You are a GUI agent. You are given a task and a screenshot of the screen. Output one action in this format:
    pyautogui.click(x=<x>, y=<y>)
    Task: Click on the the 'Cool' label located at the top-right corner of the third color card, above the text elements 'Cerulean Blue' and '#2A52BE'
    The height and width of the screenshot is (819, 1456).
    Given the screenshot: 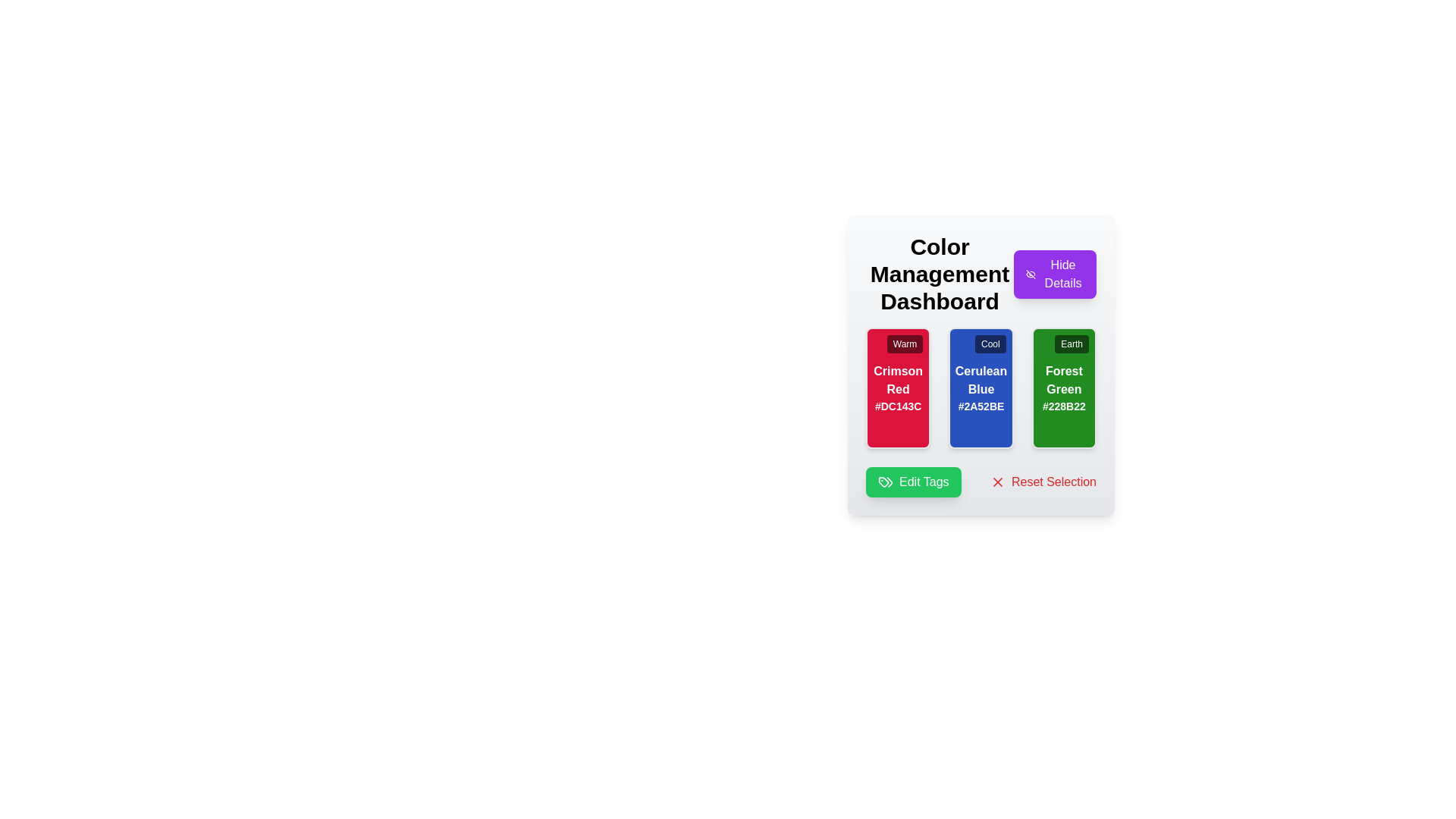 What is the action you would take?
    pyautogui.click(x=990, y=344)
    